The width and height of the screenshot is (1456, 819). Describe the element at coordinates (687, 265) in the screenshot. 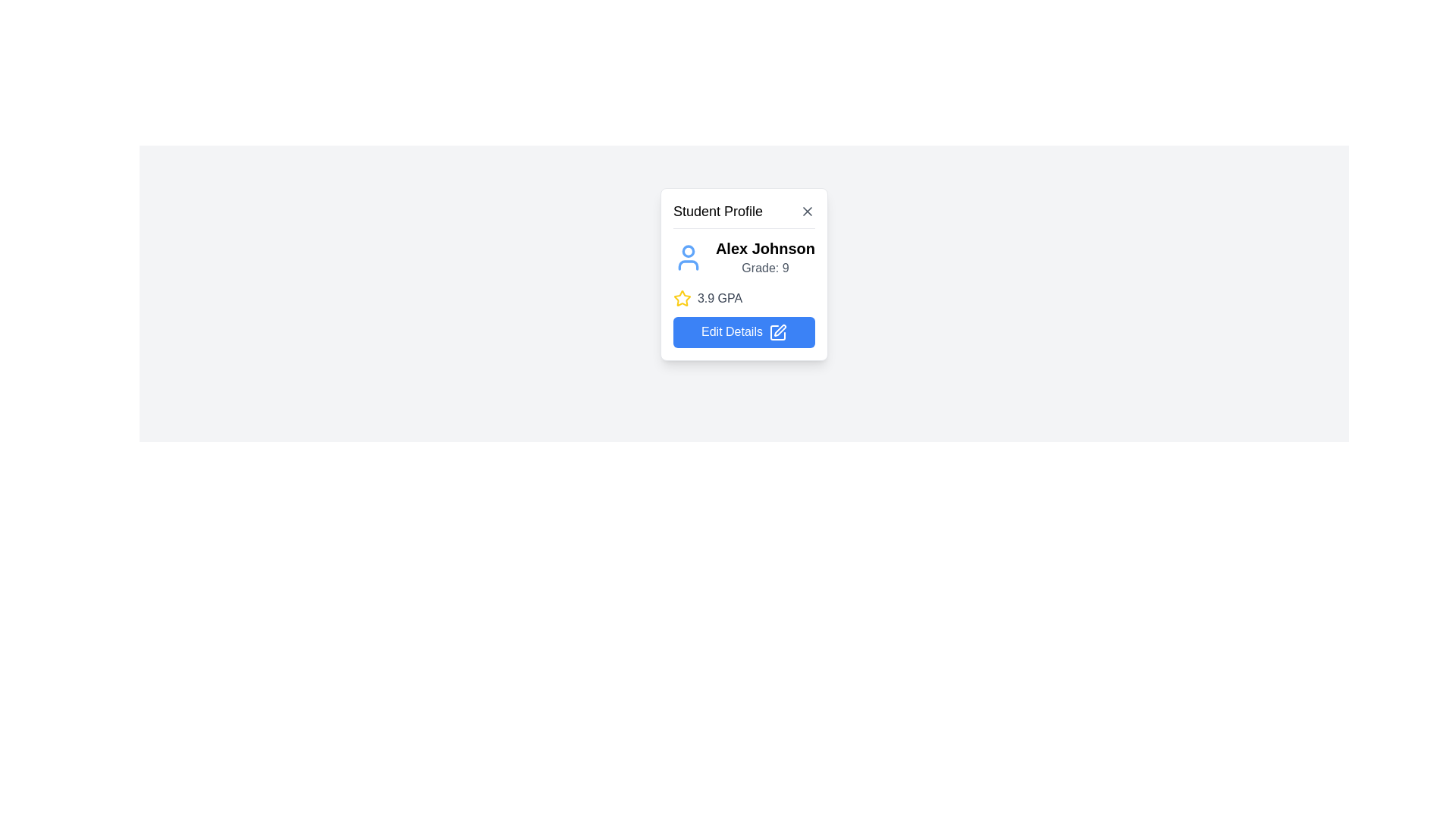

I see `the lower semi-circle of the user icon located within the top-left area of the 'Student Profile' card, adjacent to the user's name and grade information` at that location.